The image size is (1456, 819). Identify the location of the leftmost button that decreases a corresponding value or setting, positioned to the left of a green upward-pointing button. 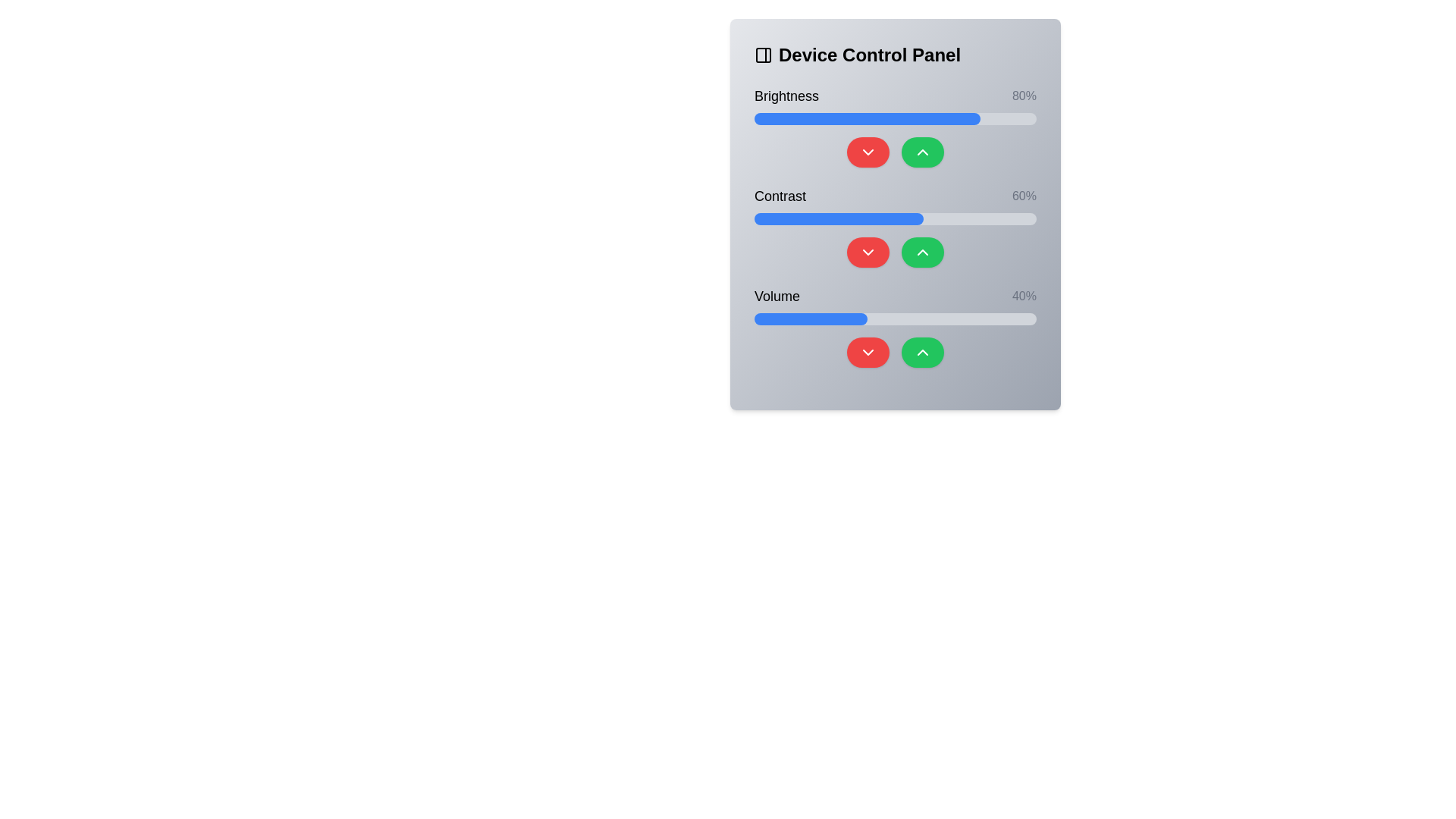
(868, 152).